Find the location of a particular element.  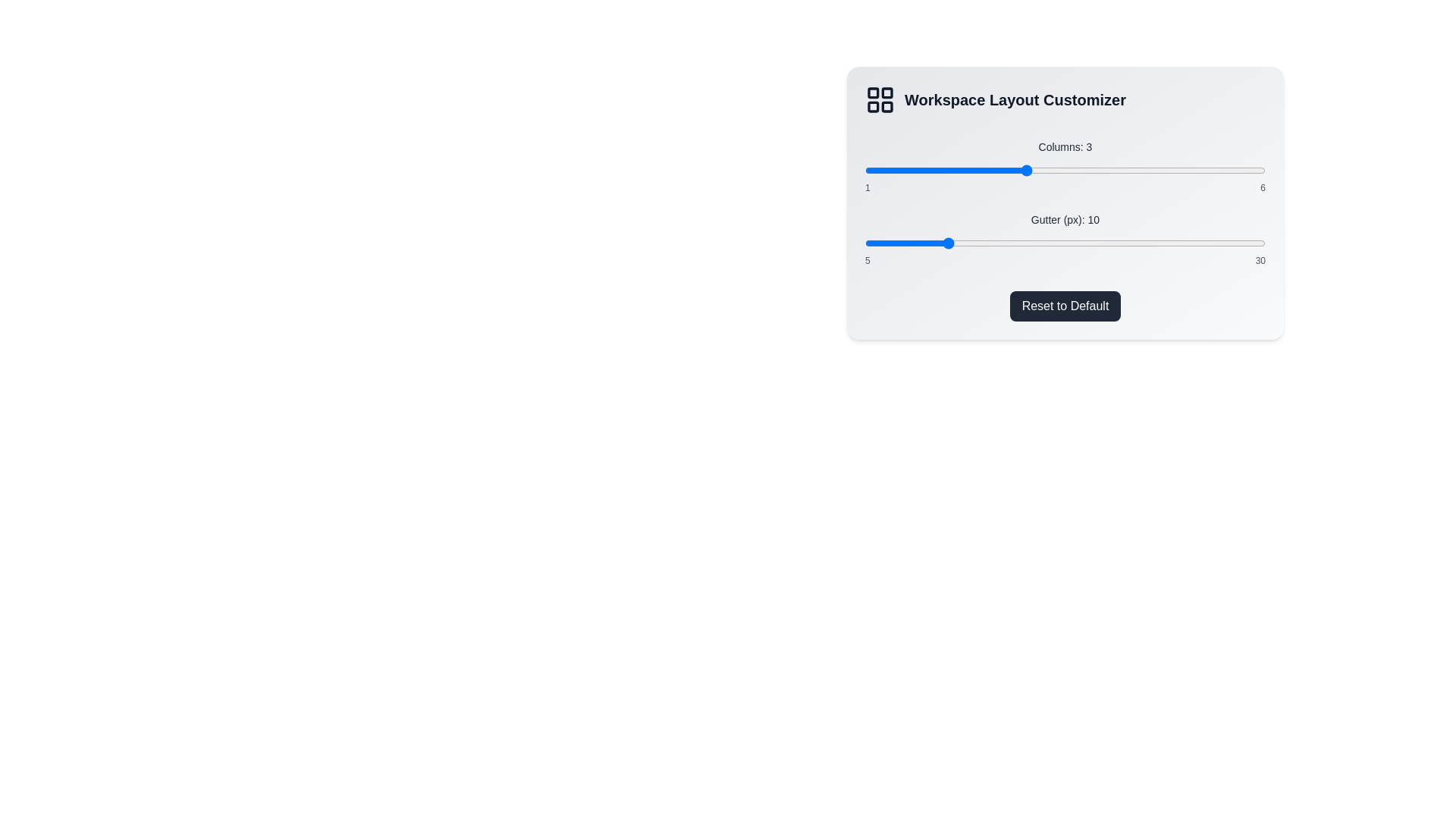

the slider to set the value to 1 is located at coordinates (865, 170).